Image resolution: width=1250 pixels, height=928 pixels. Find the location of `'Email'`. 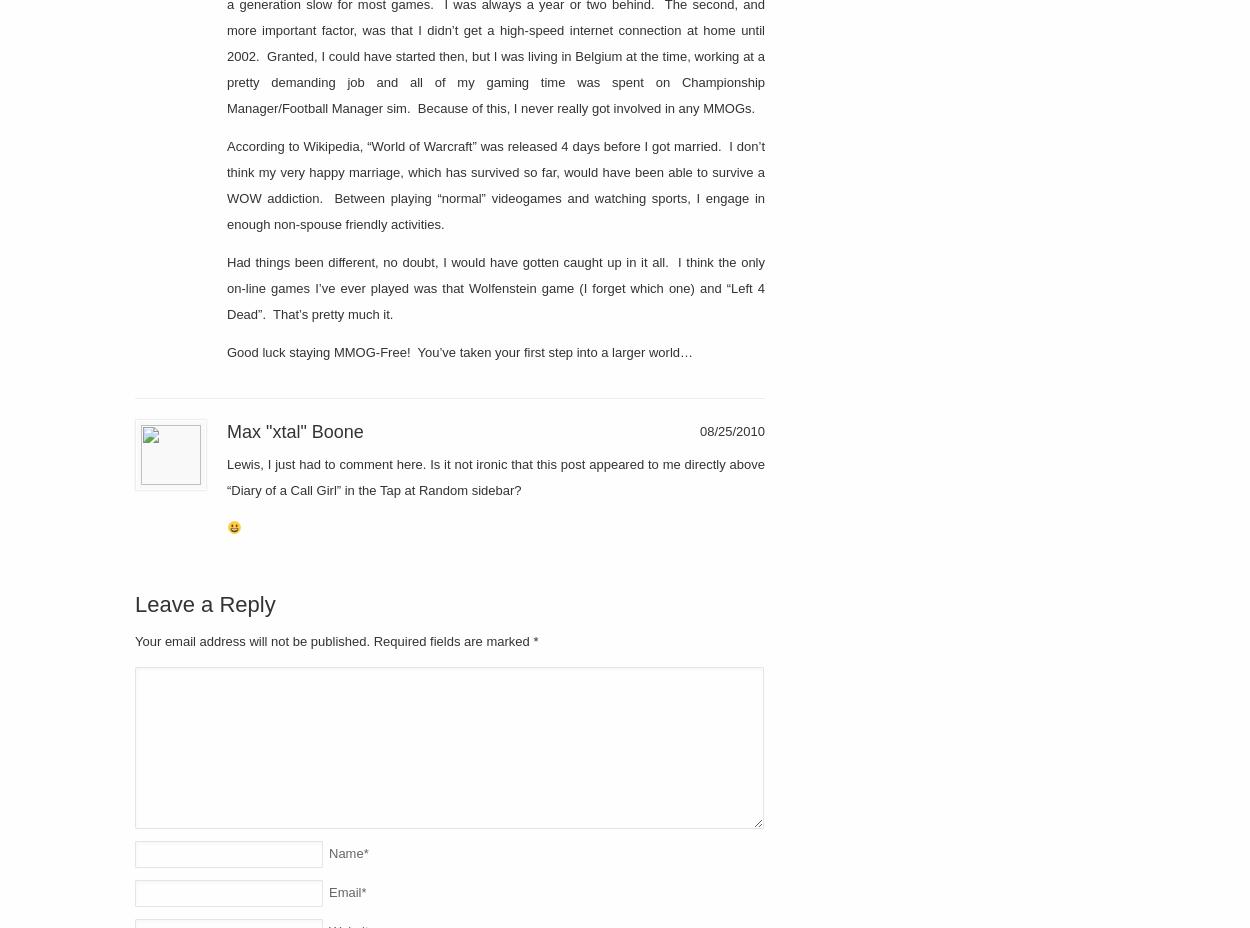

'Email' is located at coordinates (344, 892).